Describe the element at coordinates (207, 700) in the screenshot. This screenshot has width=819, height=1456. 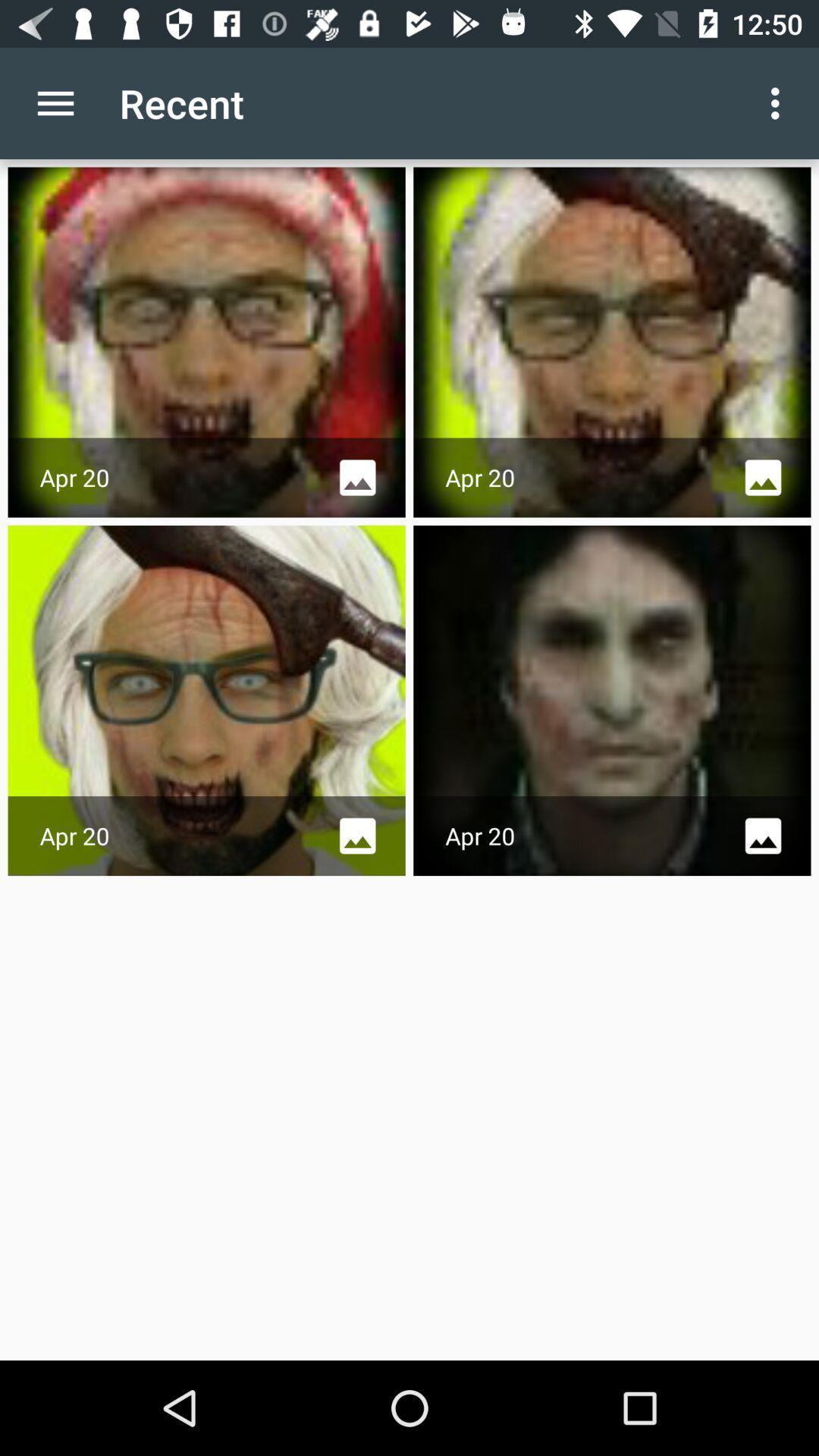
I see `the image which is placed bottom left corner` at that location.